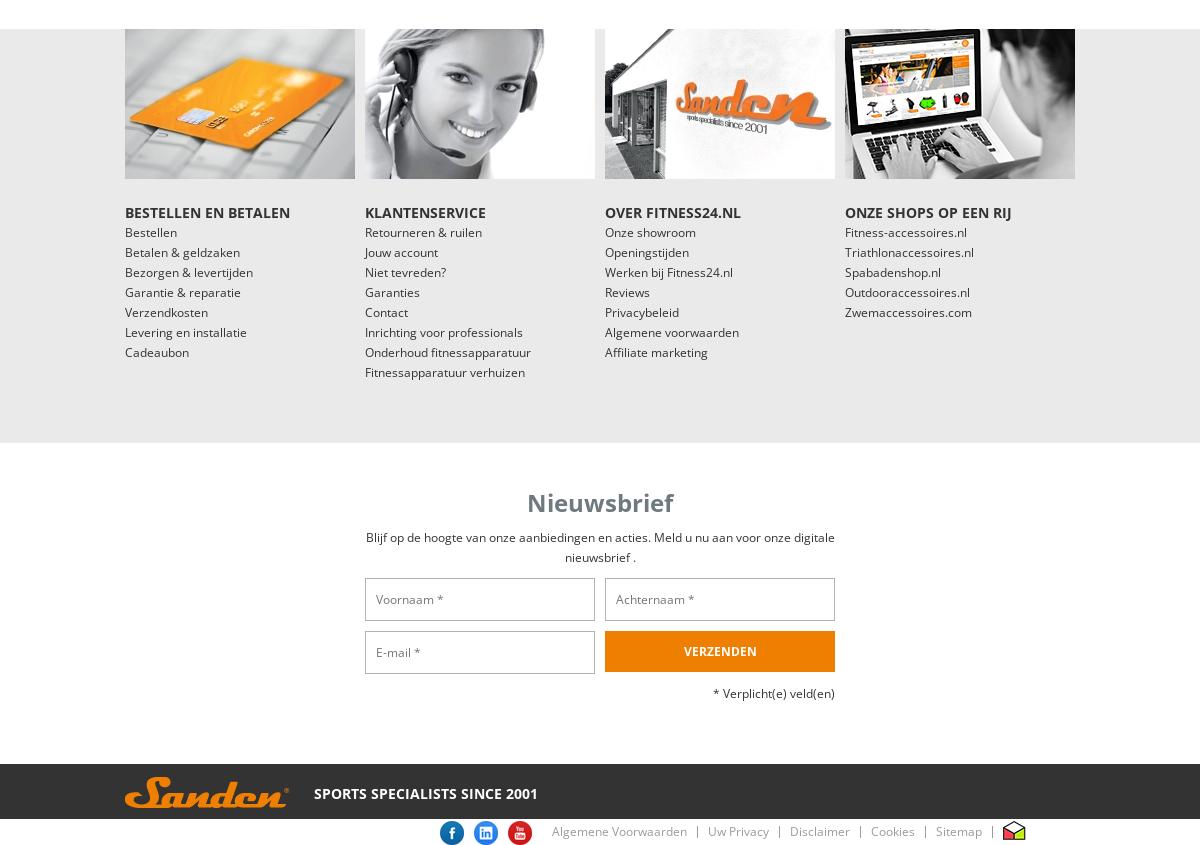 This screenshot has height=845, width=1200. What do you see at coordinates (401, 251) in the screenshot?
I see `'Jouw account'` at bounding box center [401, 251].